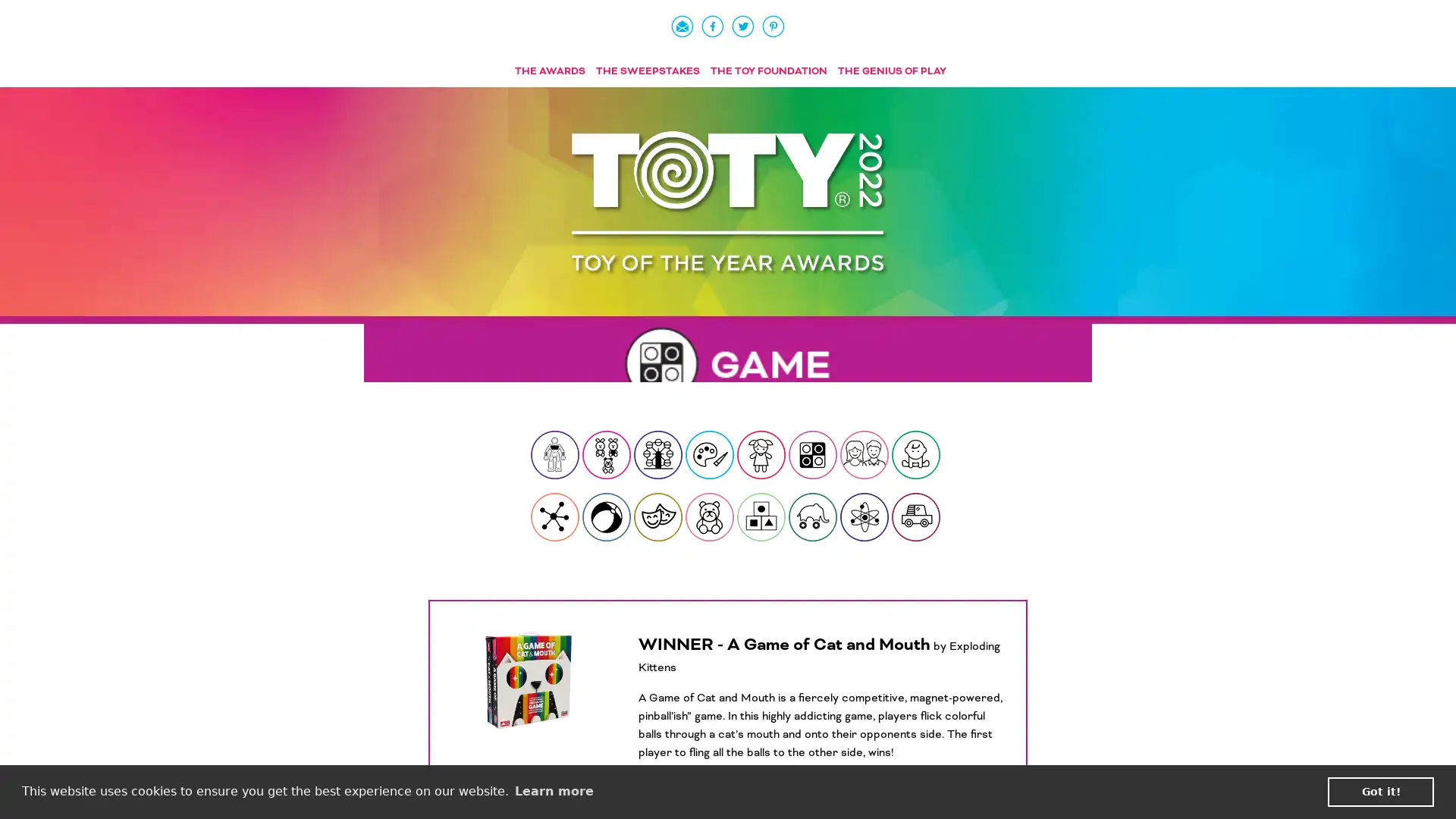 The image size is (1456, 819). What do you see at coordinates (1380, 791) in the screenshot?
I see `dismiss cookie message` at bounding box center [1380, 791].